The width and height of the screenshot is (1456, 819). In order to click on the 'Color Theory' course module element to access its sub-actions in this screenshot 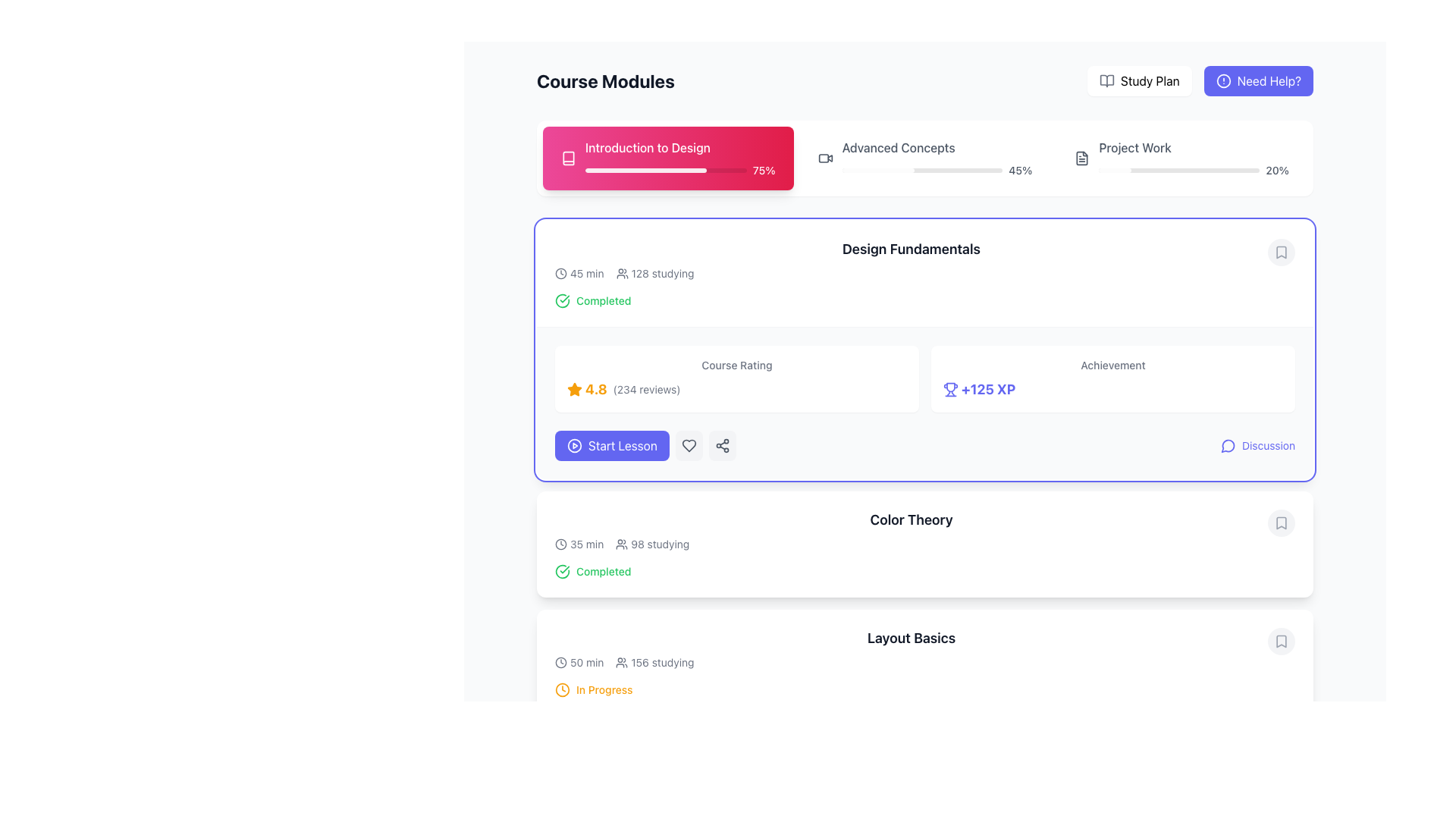, I will do `click(910, 529)`.